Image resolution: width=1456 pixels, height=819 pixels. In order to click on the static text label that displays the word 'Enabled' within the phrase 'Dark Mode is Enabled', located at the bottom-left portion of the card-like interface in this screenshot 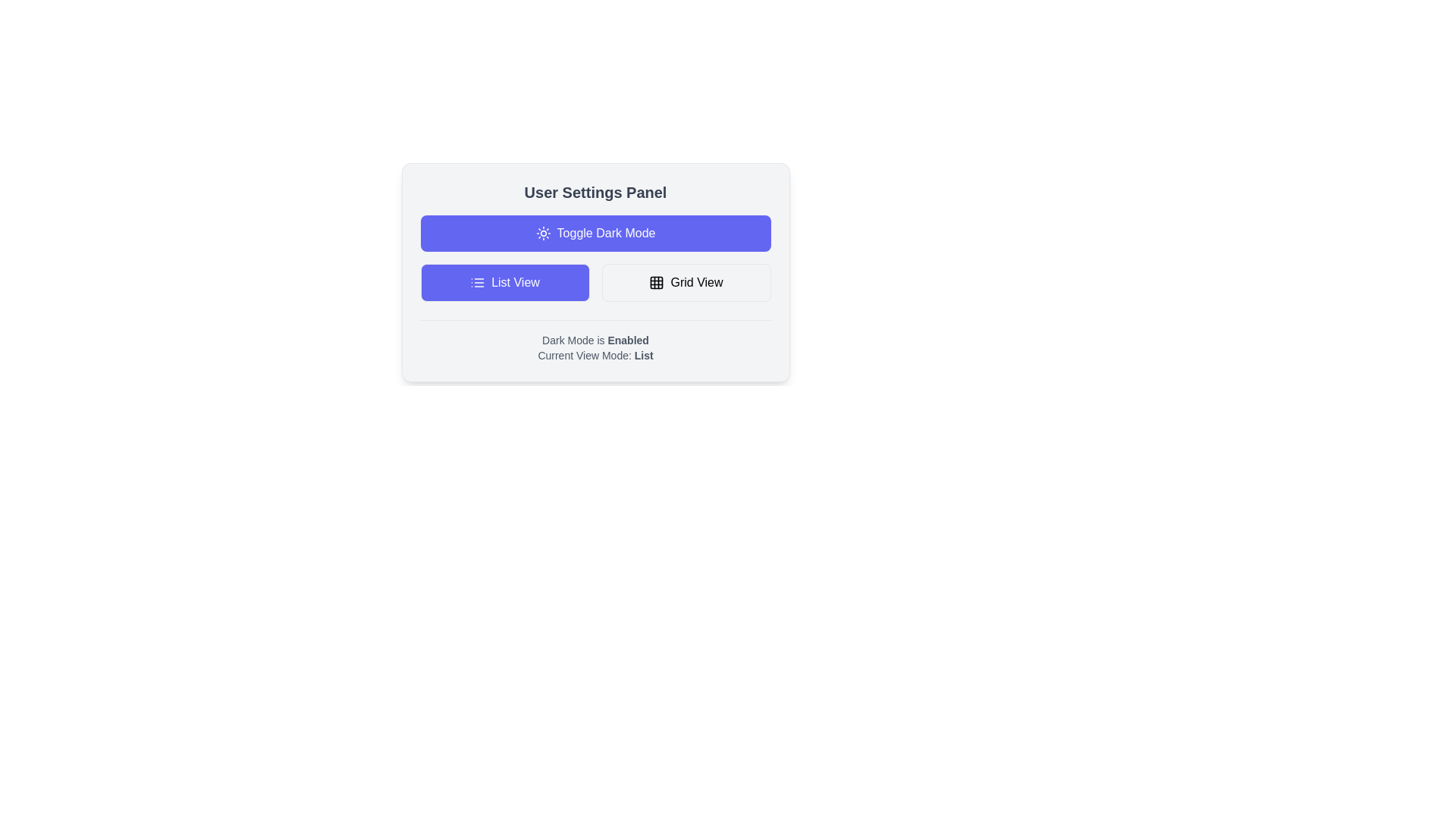, I will do `click(628, 339)`.